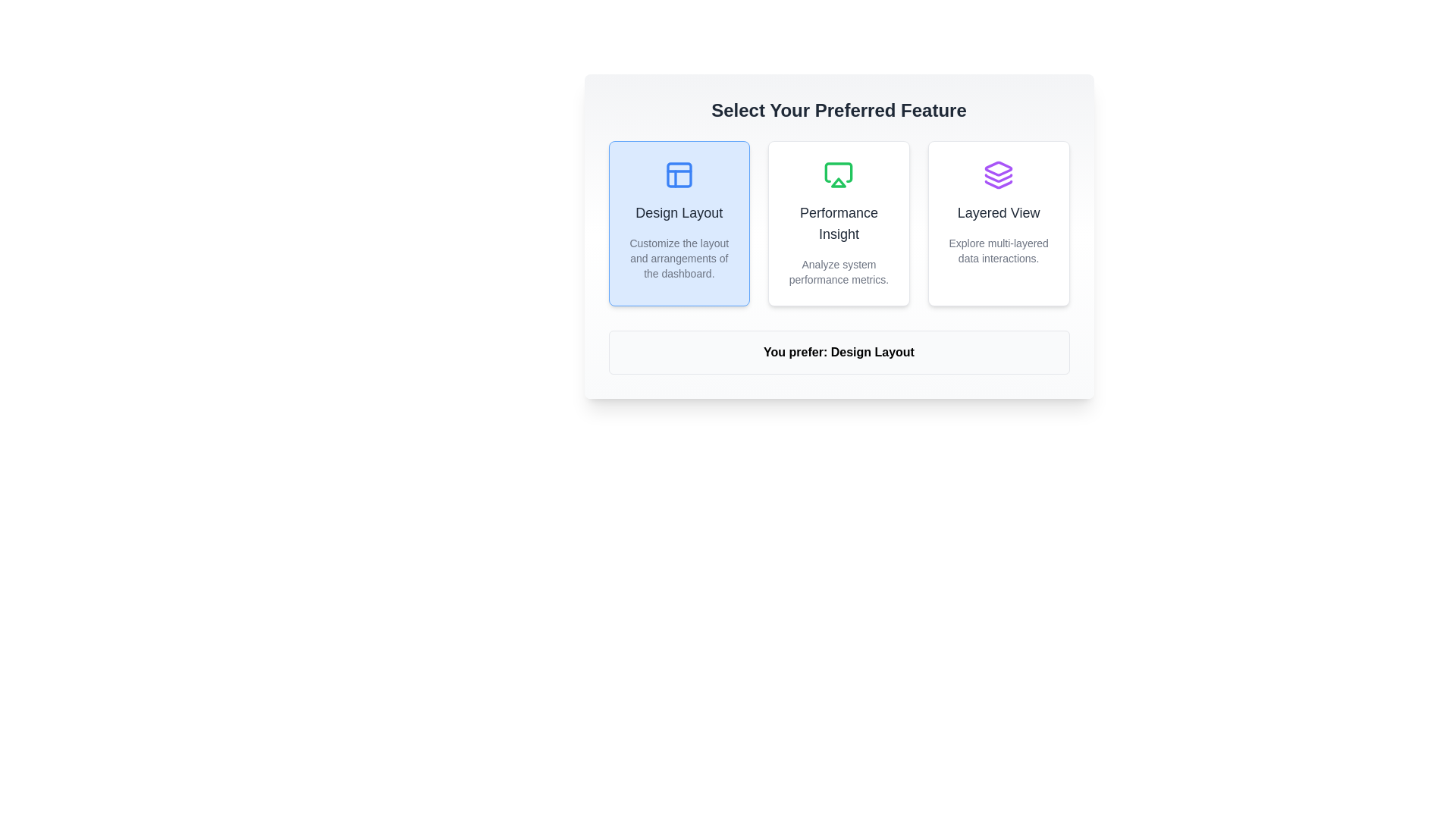  What do you see at coordinates (999, 250) in the screenshot?
I see `descriptive text label located below the main title within the 'Layered View' card to understand its meaning` at bounding box center [999, 250].